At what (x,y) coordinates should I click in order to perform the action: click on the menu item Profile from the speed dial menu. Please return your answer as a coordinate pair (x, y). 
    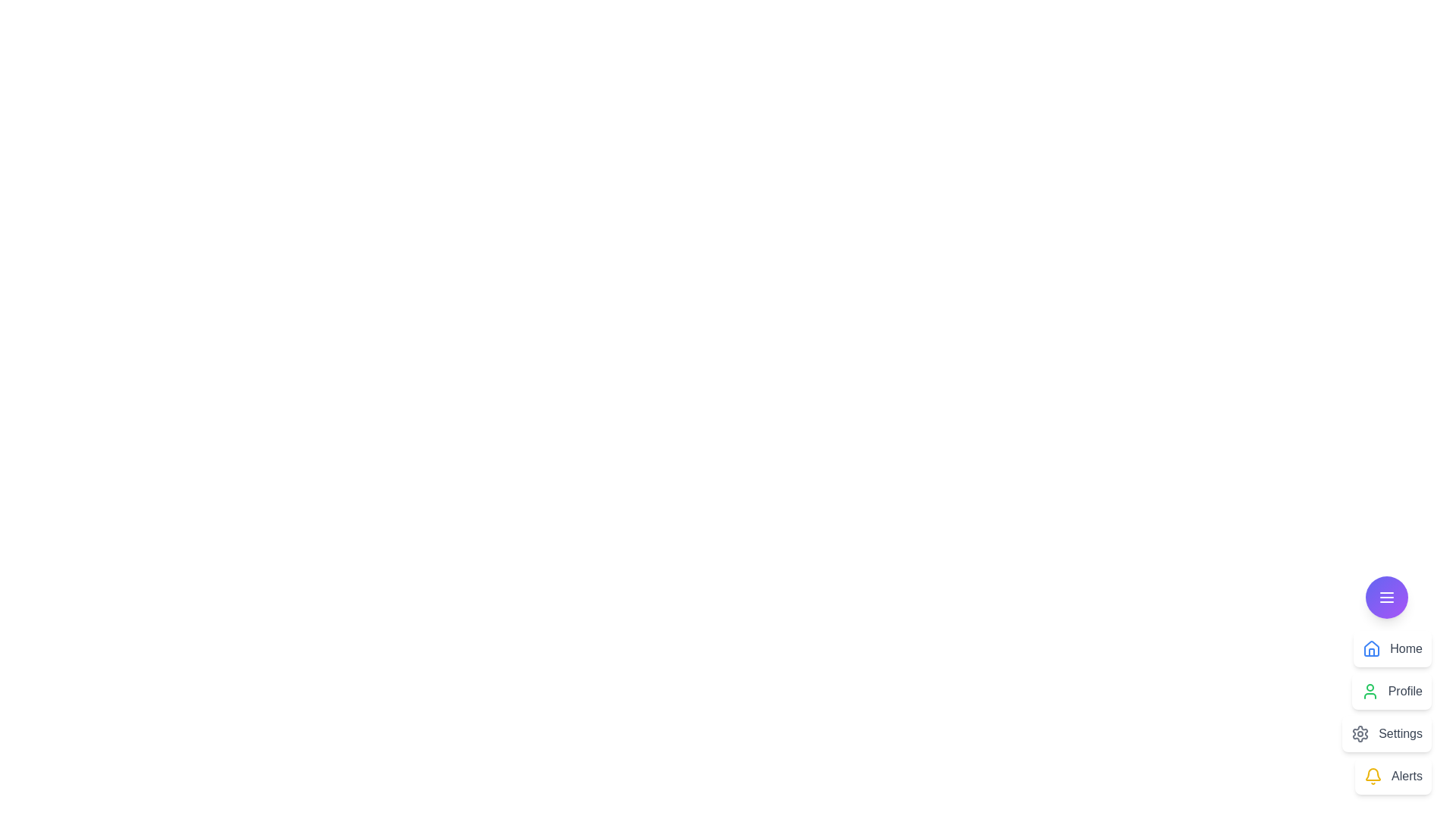
    Looking at the image, I should click on (1392, 691).